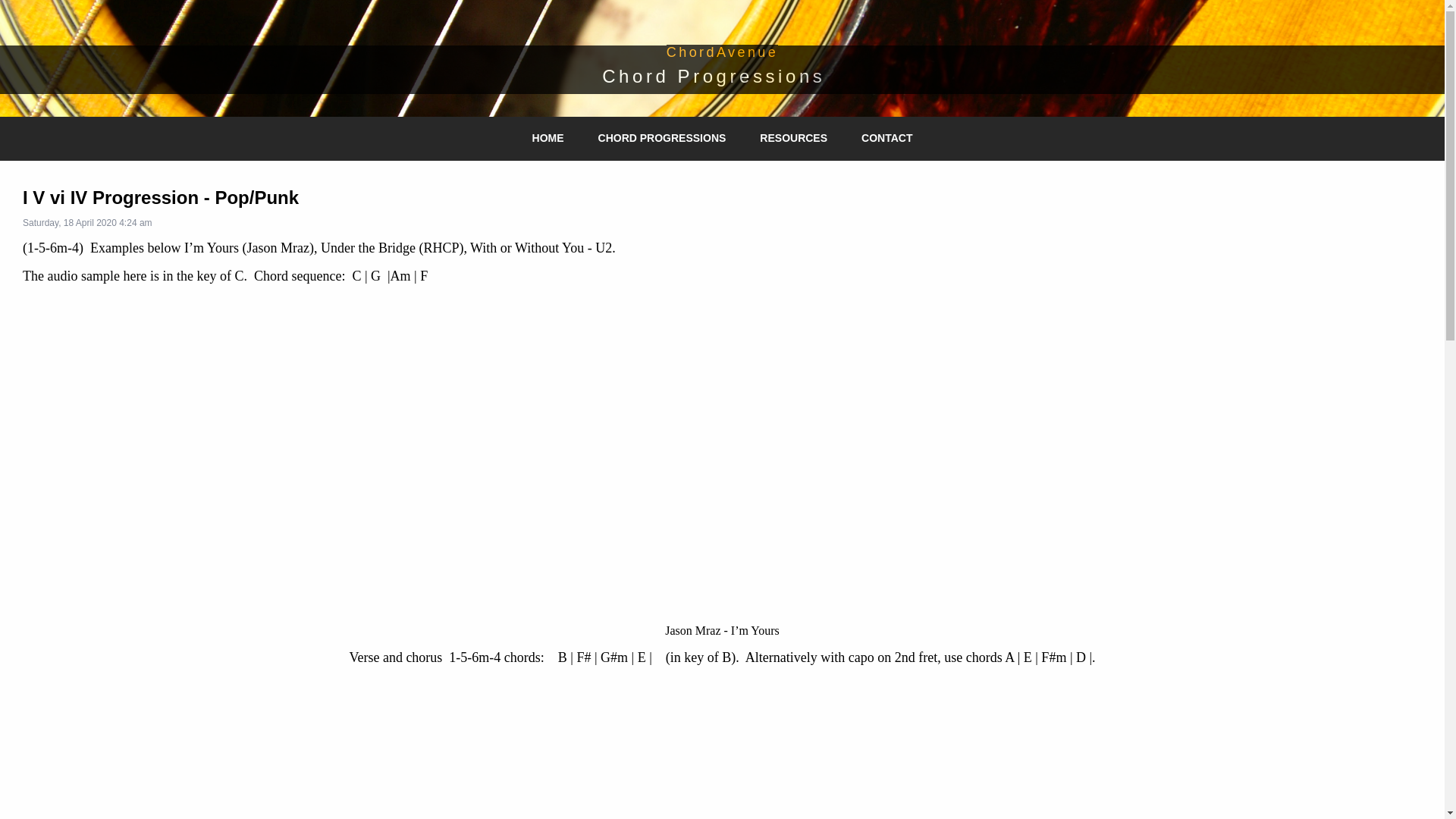 Image resolution: width=1456 pixels, height=819 pixels. What do you see at coordinates (854, 138) in the screenshot?
I see `'CONTACT'` at bounding box center [854, 138].